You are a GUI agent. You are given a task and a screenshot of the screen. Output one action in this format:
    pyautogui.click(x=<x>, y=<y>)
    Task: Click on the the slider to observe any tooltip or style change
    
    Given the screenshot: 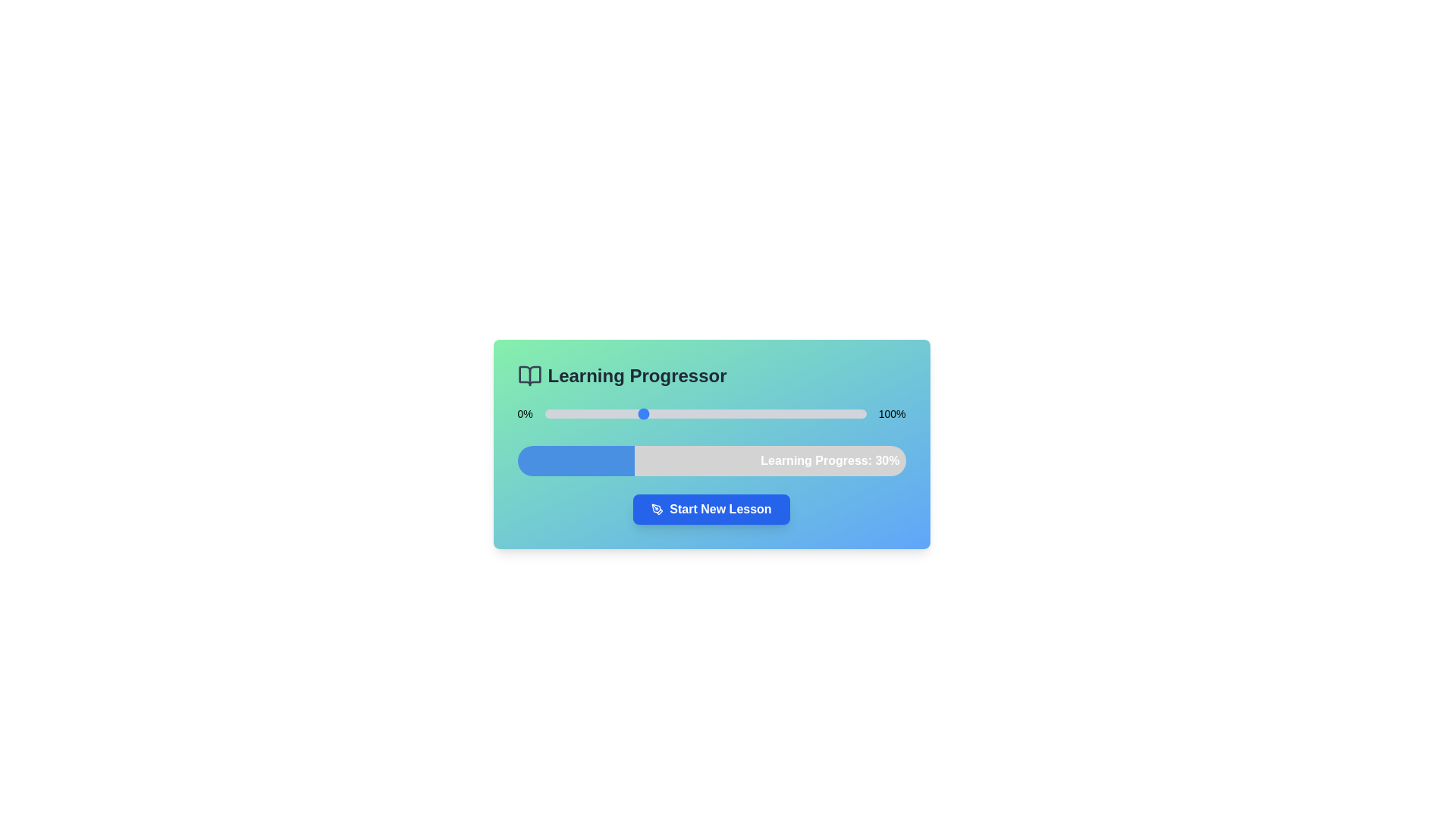 What is the action you would take?
    pyautogui.click(x=704, y=414)
    